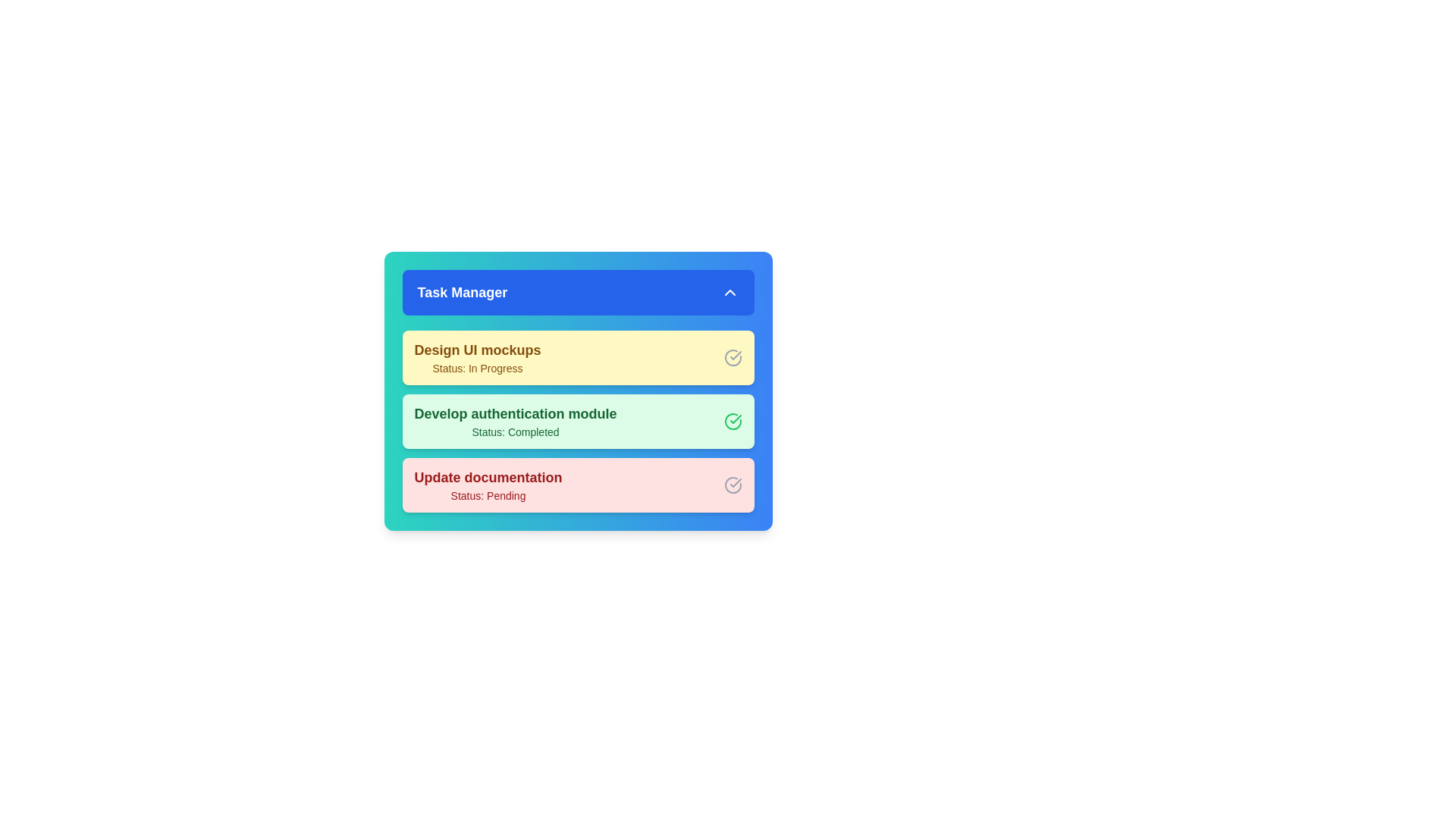 Image resolution: width=1456 pixels, height=819 pixels. Describe the element at coordinates (488, 485) in the screenshot. I see `the task 'Update documentation' from the list to mark it as active` at that location.